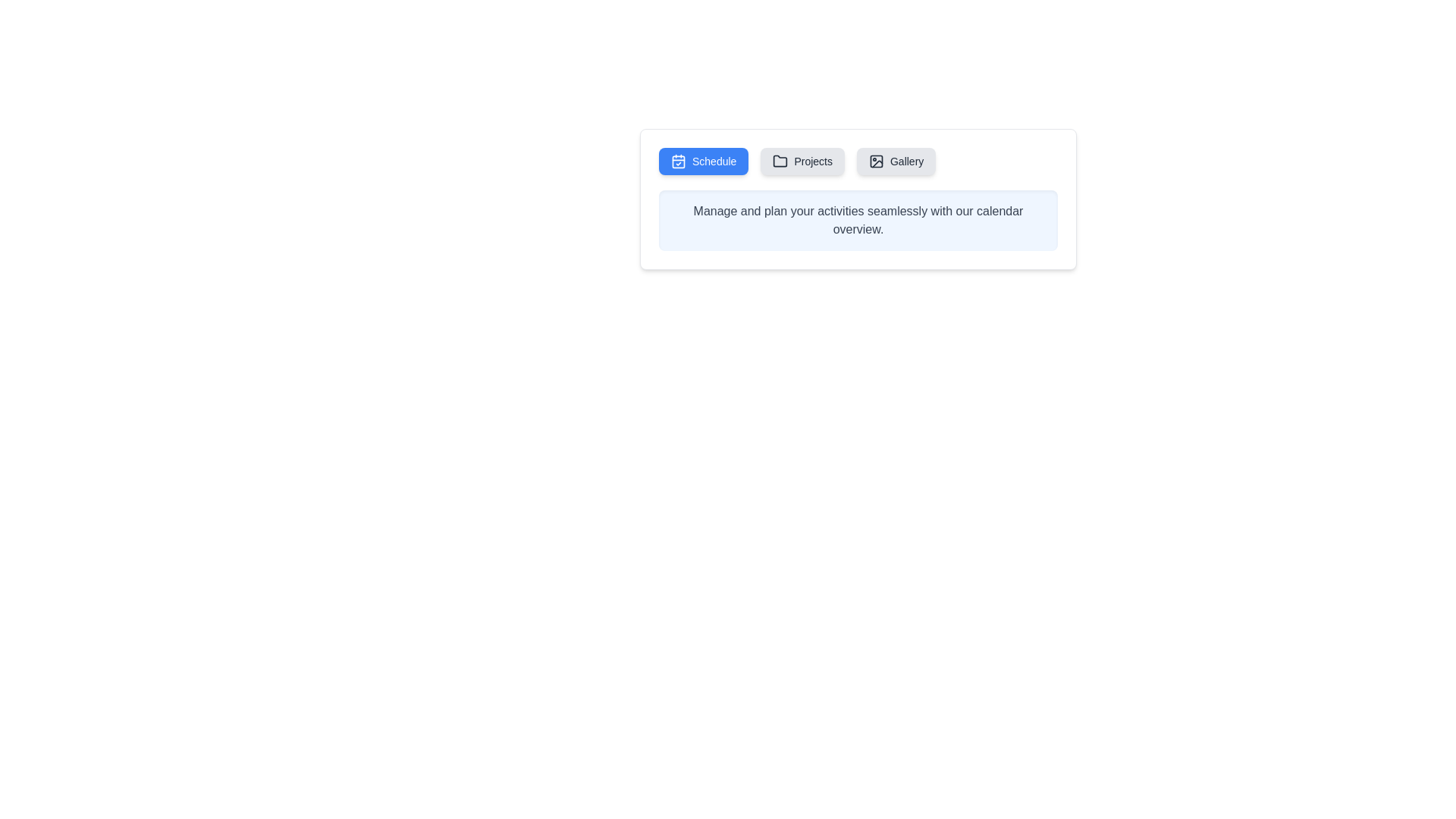 The image size is (1456, 819). Describe the element at coordinates (896, 161) in the screenshot. I see `the tab labeled Gallery to view its content` at that location.